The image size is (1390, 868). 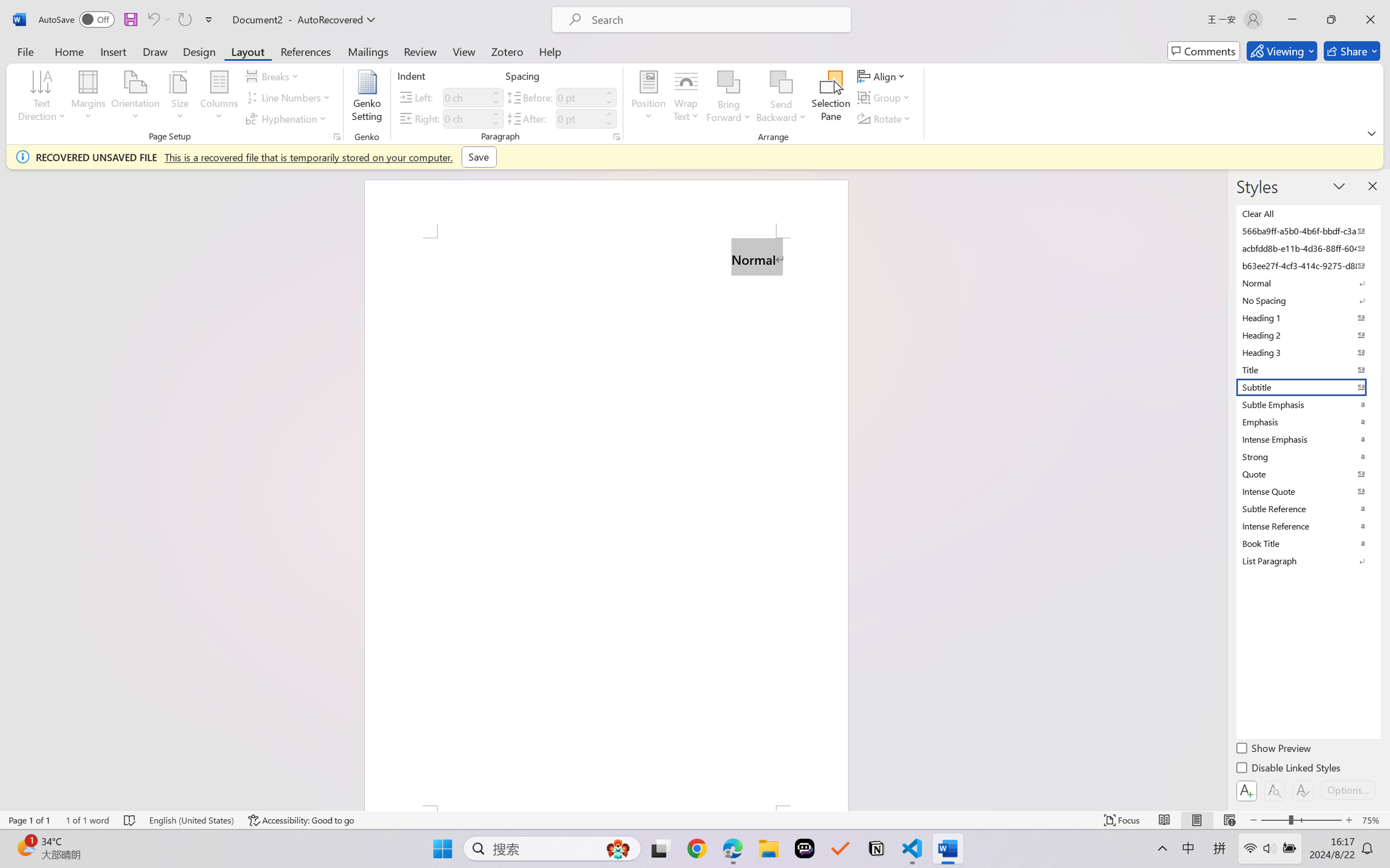 What do you see at coordinates (1307, 421) in the screenshot?
I see `'Emphasis'` at bounding box center [1307, 421].